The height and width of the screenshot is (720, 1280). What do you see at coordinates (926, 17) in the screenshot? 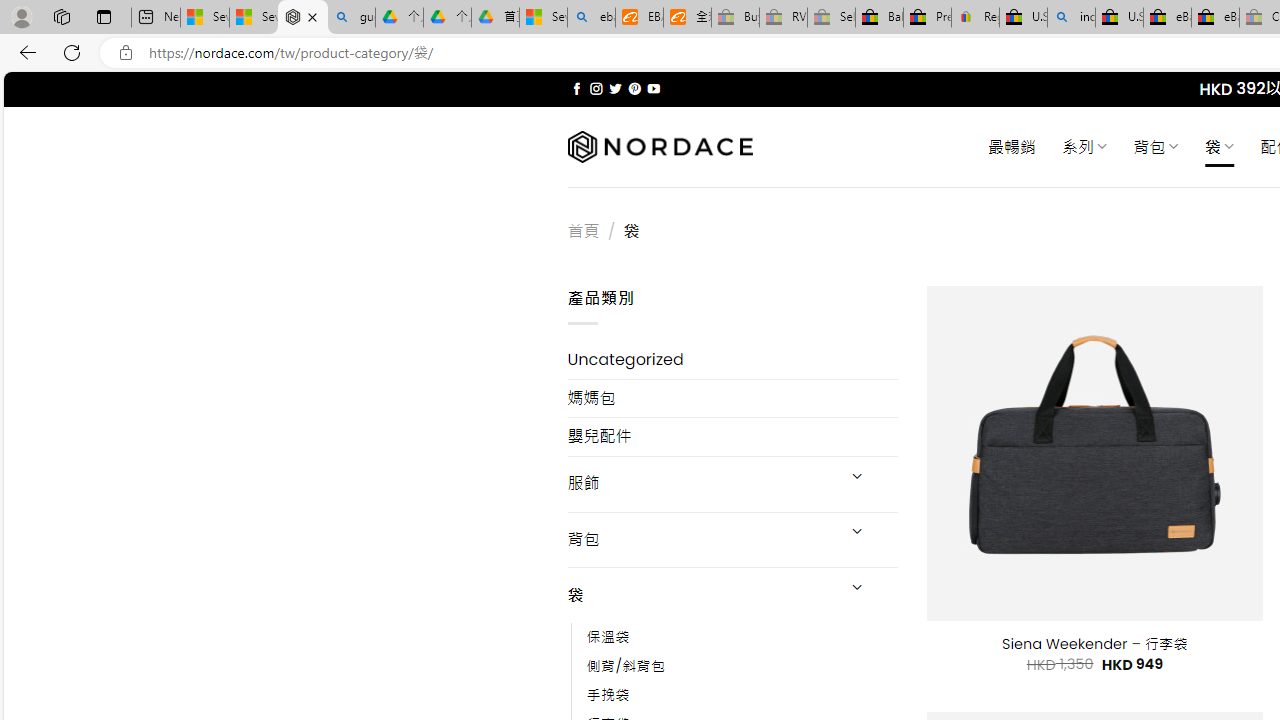
I see `'Press Room - eBay Inc.'` at bounding box center [926, 17].